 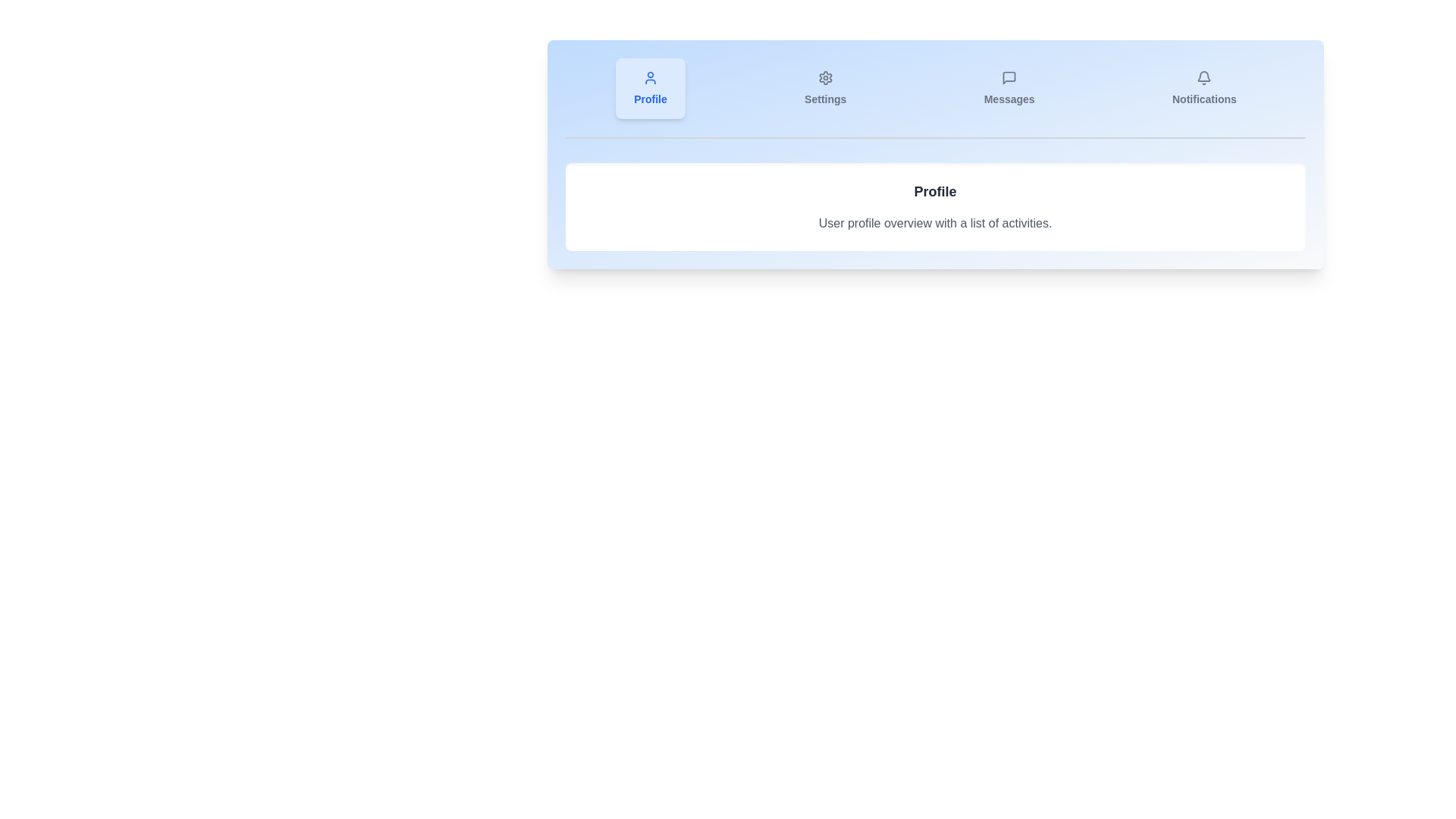 What do you see at coordinates (651, 88) in the screenshot?
I see `the tab button labeled Profile to switch to the corresponding tab` at bounding box center [651, 88].